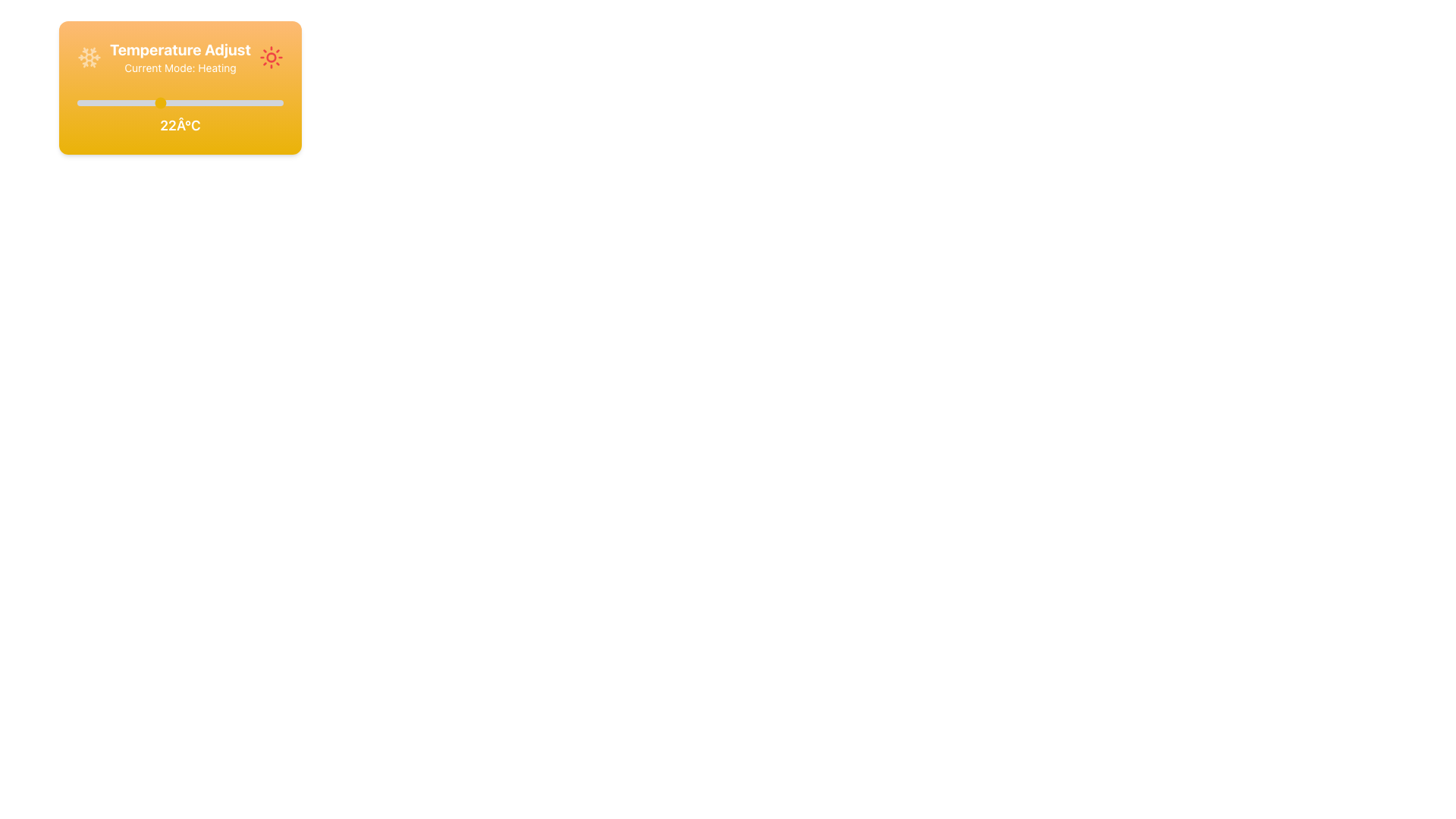  What do you see at coordinates (180, 57) in the screenshot?
I see `the informational label displaying 'Temperature Adjust' and 'Current Mode: Heating' with icons of a snowflake and sun on either side, located on a gradient orange background` at bounding box center [180, 57].